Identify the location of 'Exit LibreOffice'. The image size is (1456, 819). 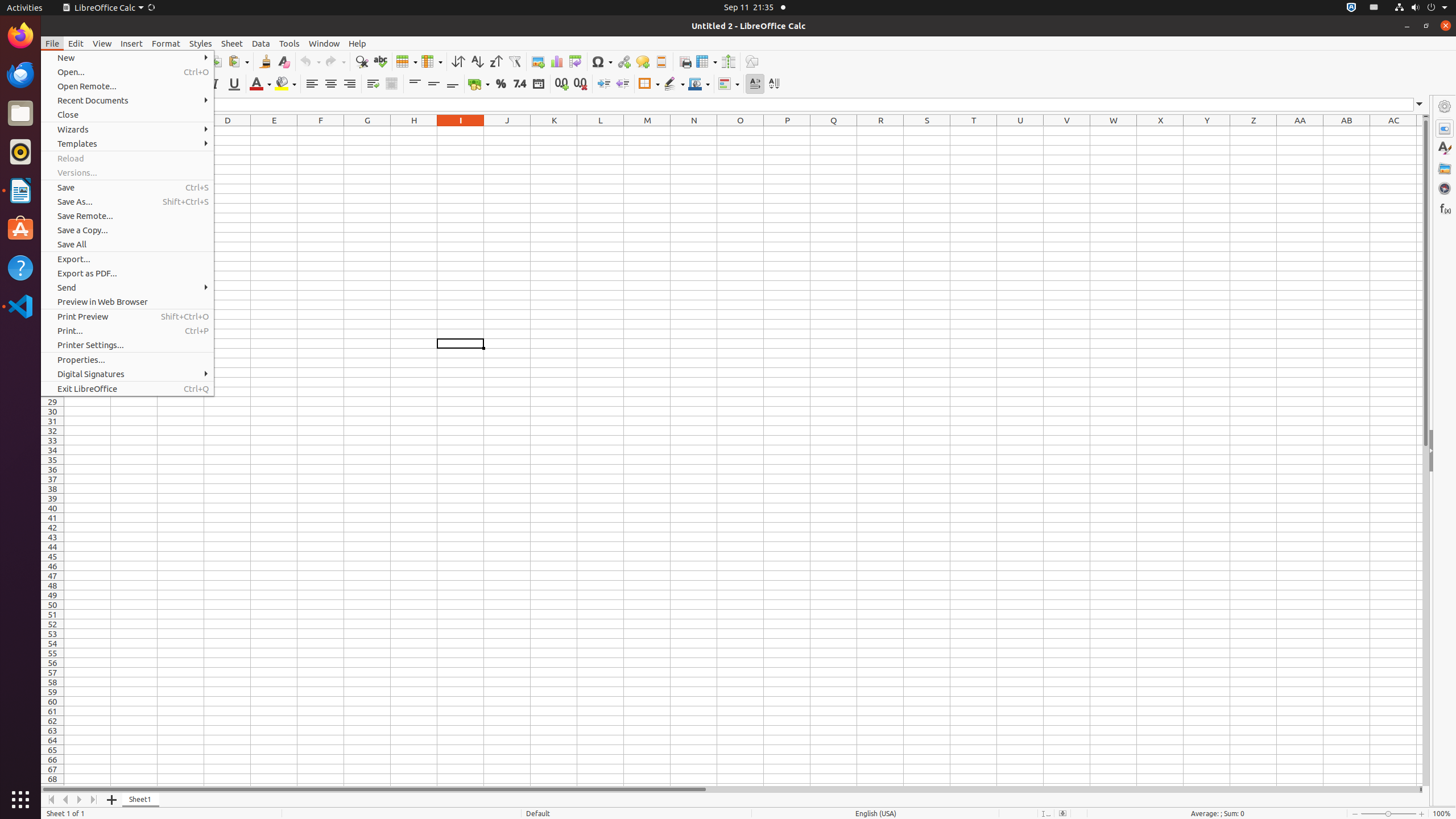
(127, 388).